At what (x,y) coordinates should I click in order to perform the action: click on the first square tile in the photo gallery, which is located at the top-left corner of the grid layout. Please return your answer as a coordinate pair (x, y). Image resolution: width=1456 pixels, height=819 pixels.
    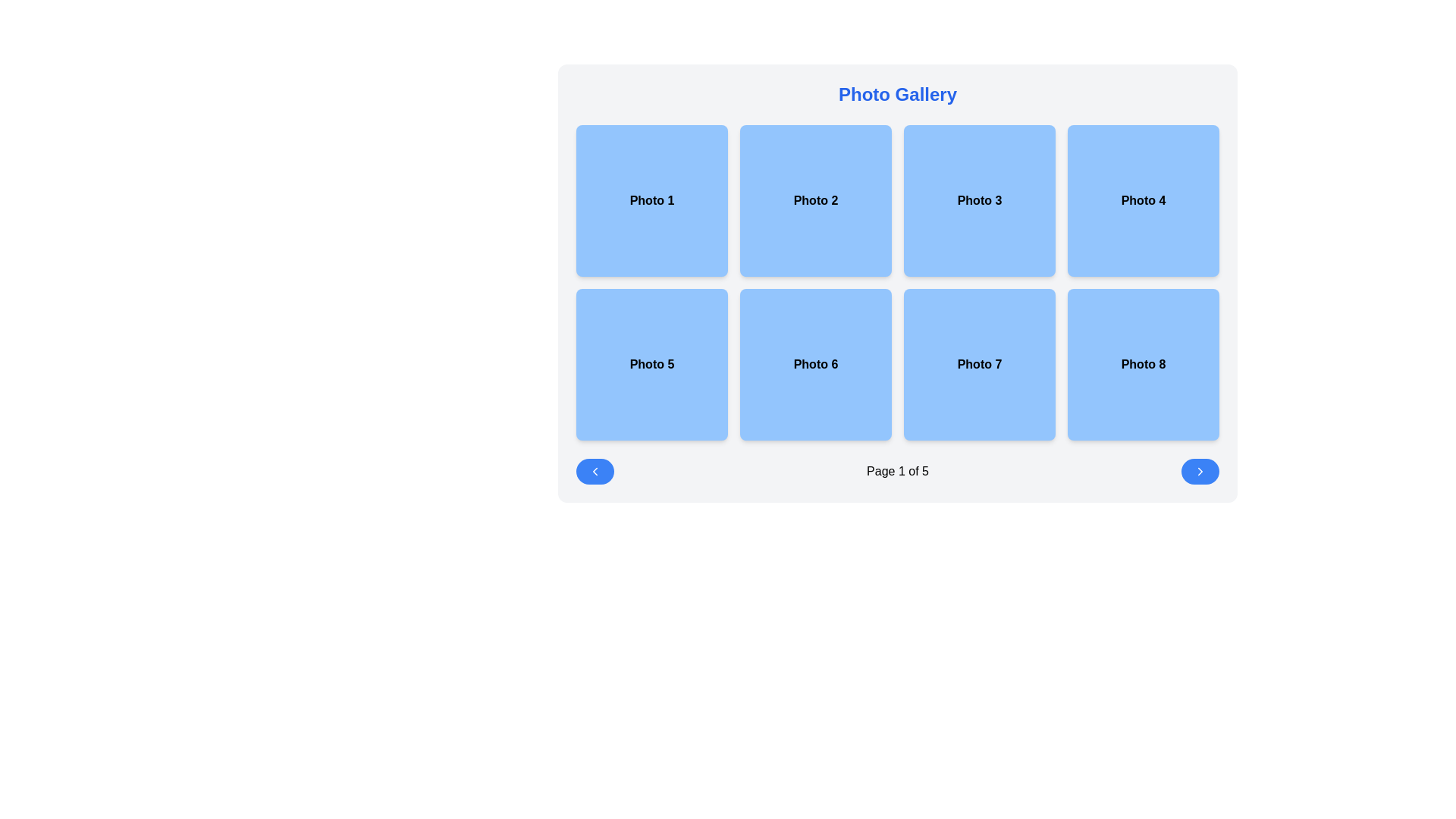
    Looking at the image, I should click on (651, 200).